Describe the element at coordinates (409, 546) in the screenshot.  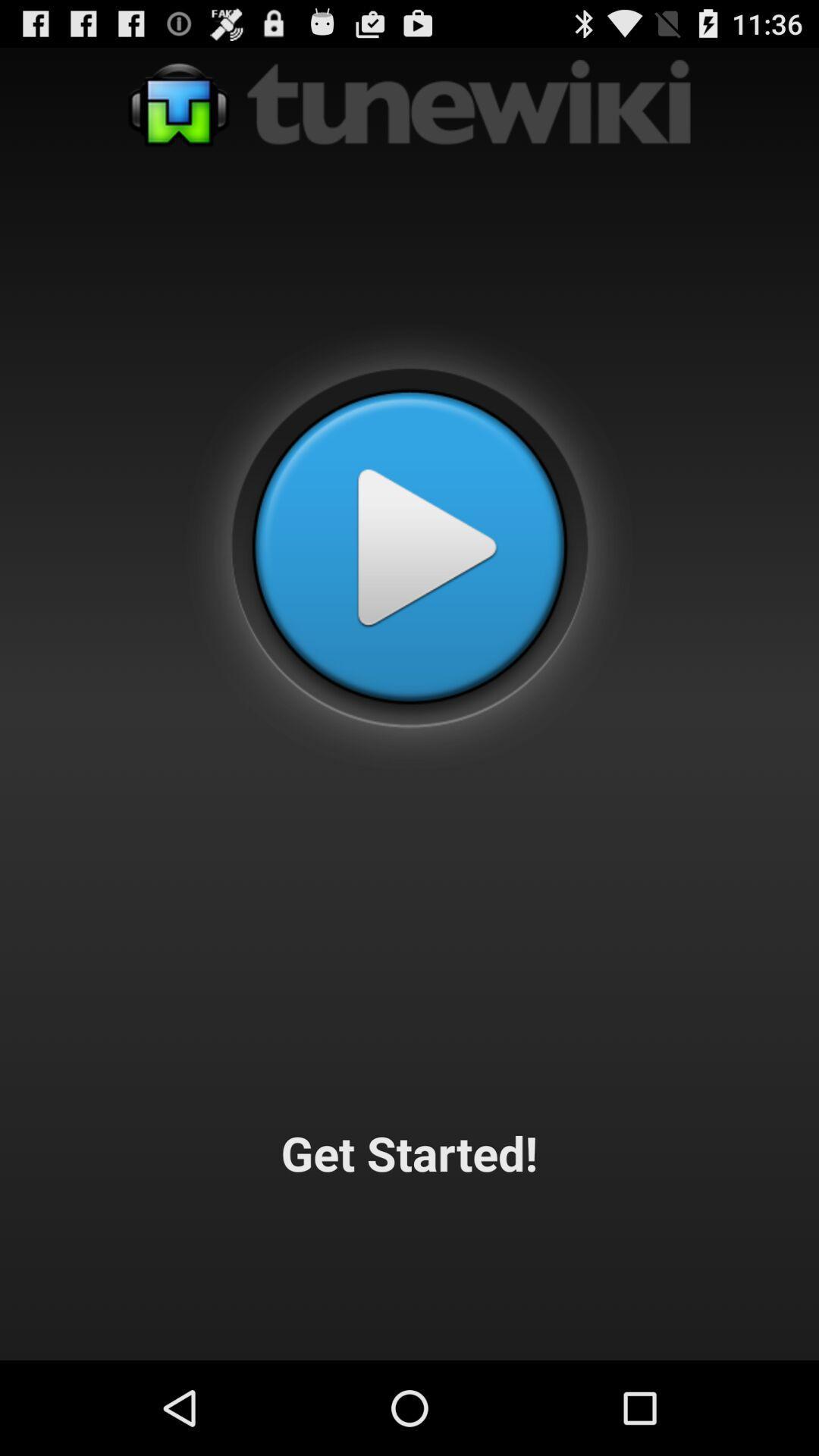
I see `the icon at the center` at that location.